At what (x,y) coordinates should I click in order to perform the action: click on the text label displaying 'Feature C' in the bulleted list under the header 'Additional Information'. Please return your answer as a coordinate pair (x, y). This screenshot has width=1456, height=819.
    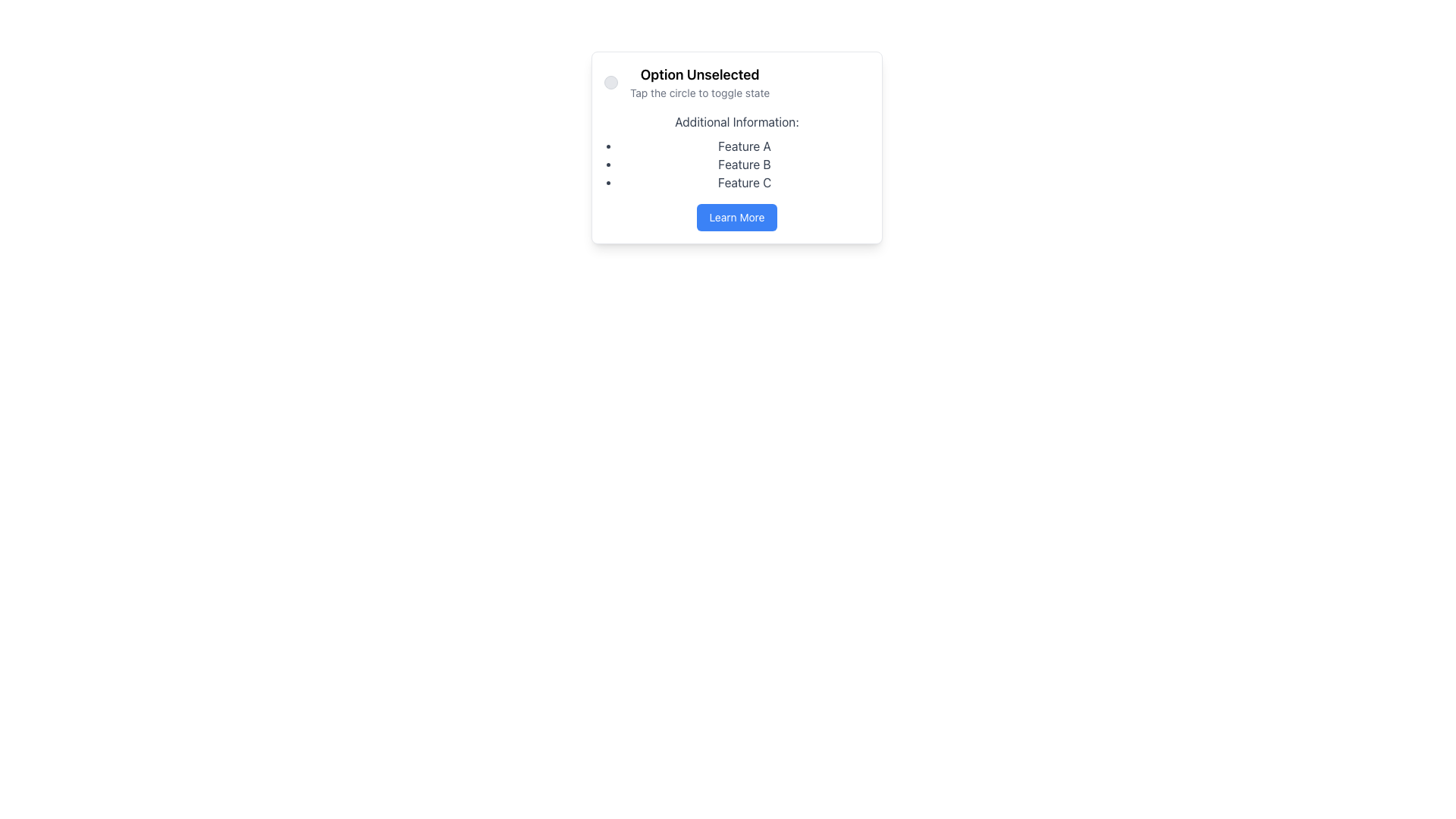
    Looking at the image, I should click on (745, 181).